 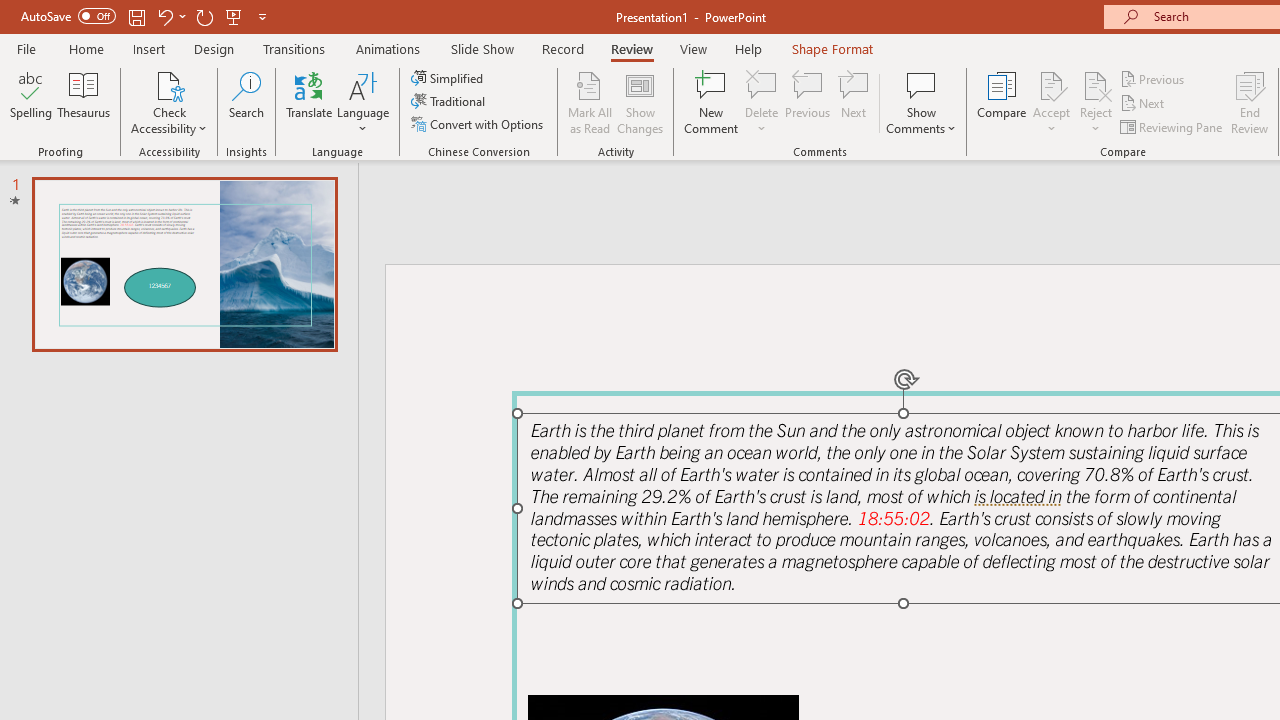 What do you see at coordinates (1248, 103) in the screenshot?
I see `'End Review'` at bounding box center [1248, 103].